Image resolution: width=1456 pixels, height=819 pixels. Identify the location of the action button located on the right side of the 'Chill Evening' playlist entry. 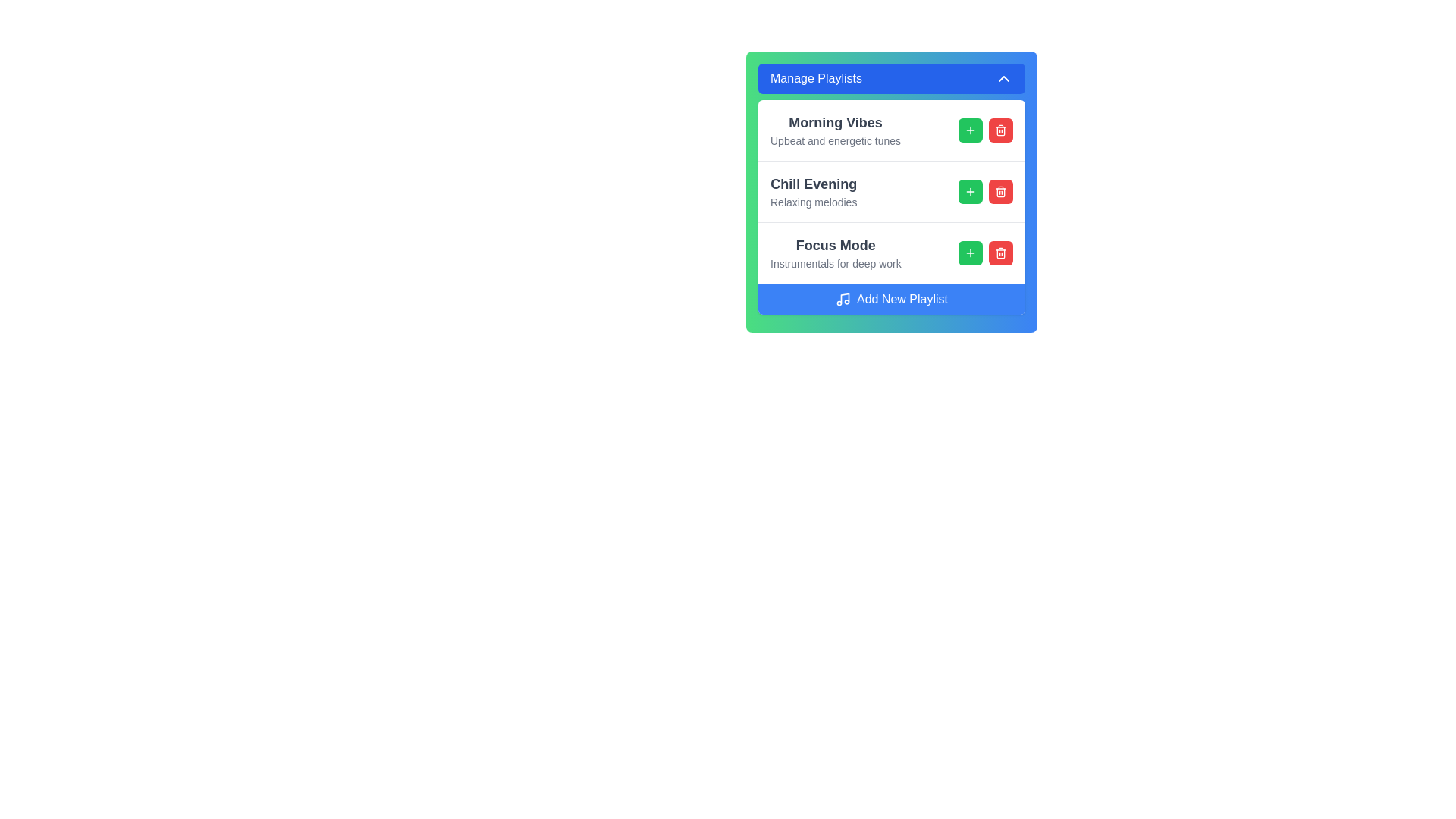
(971, 191).